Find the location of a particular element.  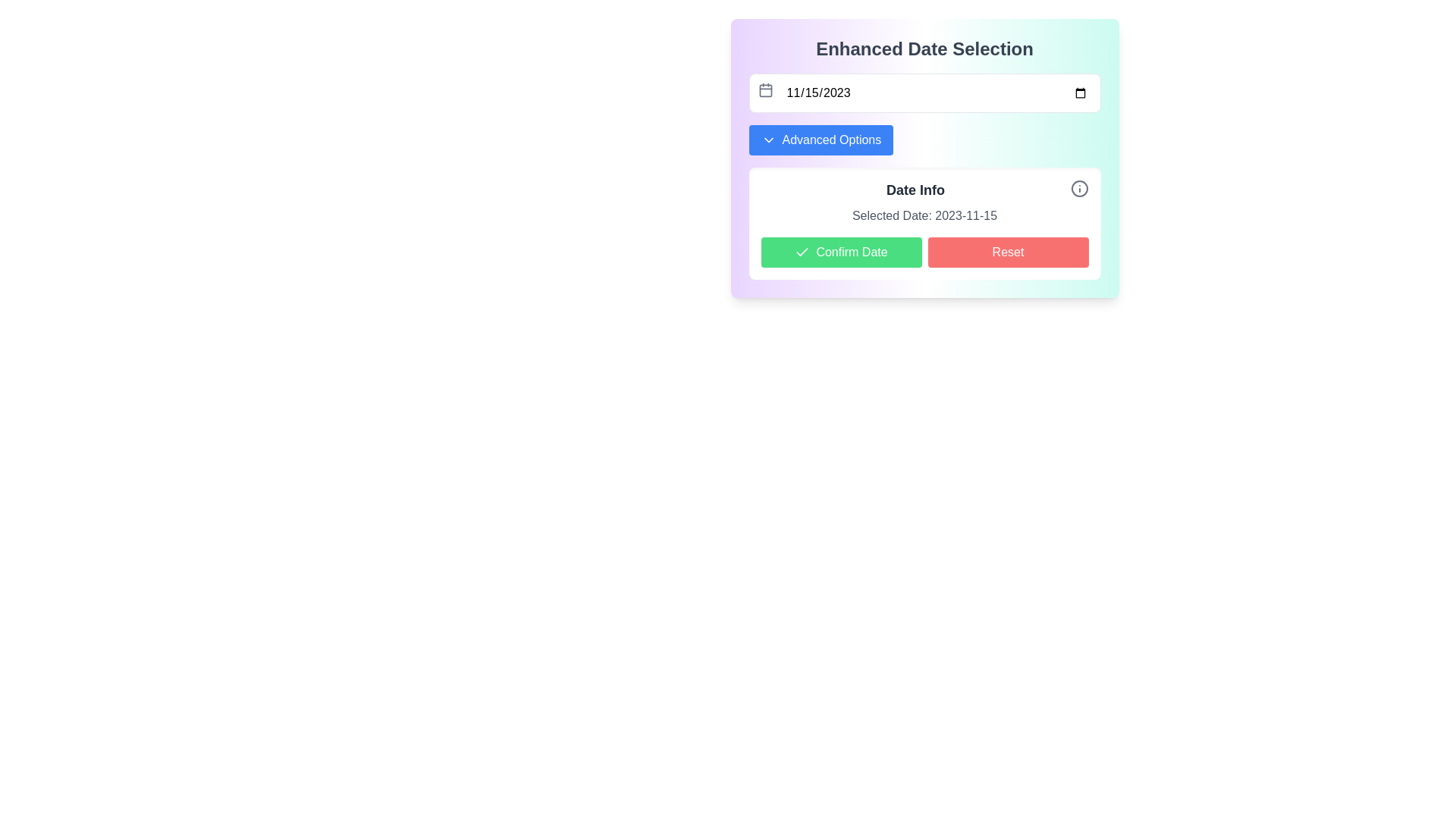

the informational icon located in the top-right corner of the 'Date Info' section is located at coordinates (1078, 188).